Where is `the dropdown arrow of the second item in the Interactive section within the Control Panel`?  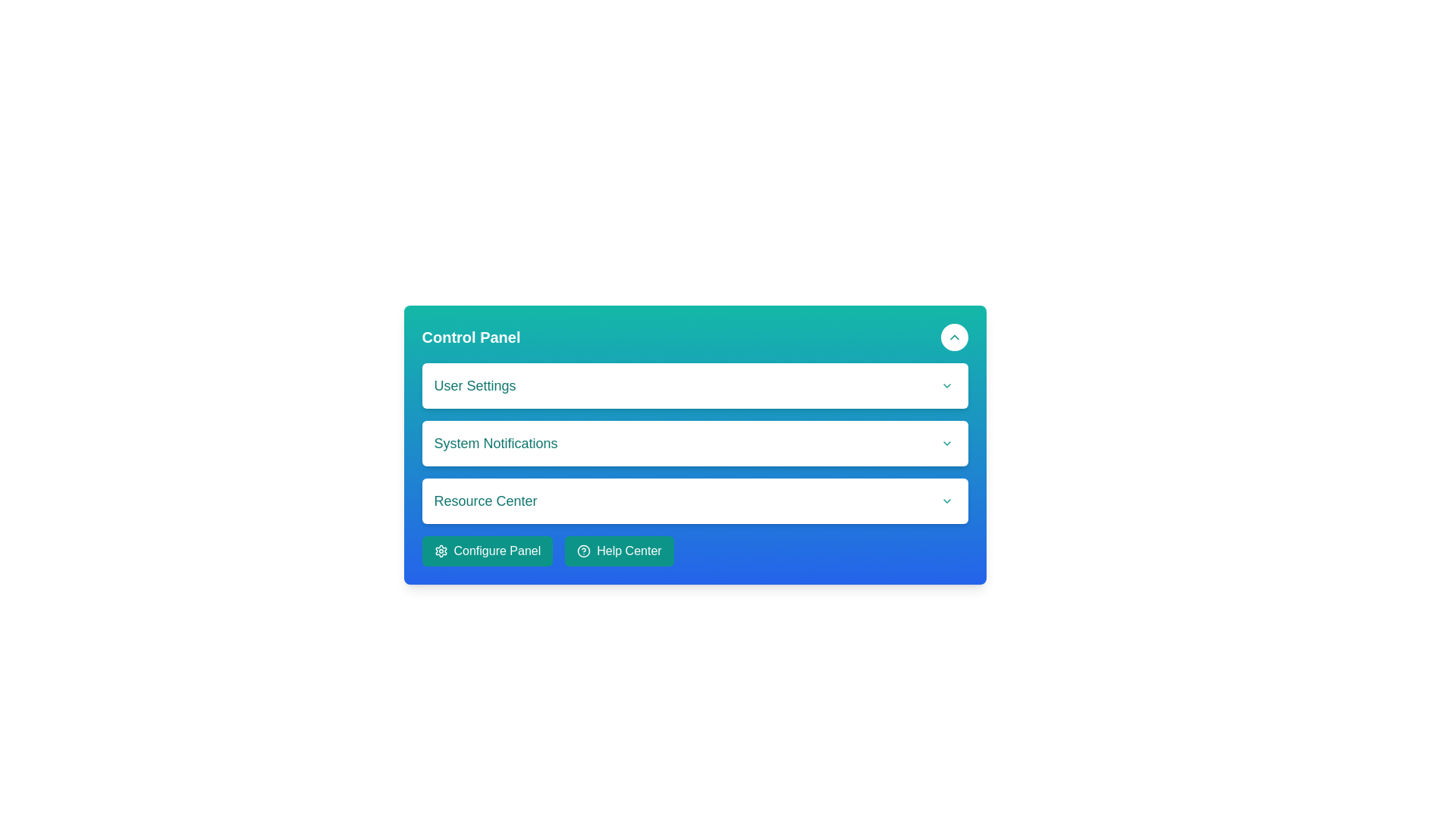 the dropdown arrow of the second item in the Interactive section within the Control Panel is located at coordinates (694, 444).